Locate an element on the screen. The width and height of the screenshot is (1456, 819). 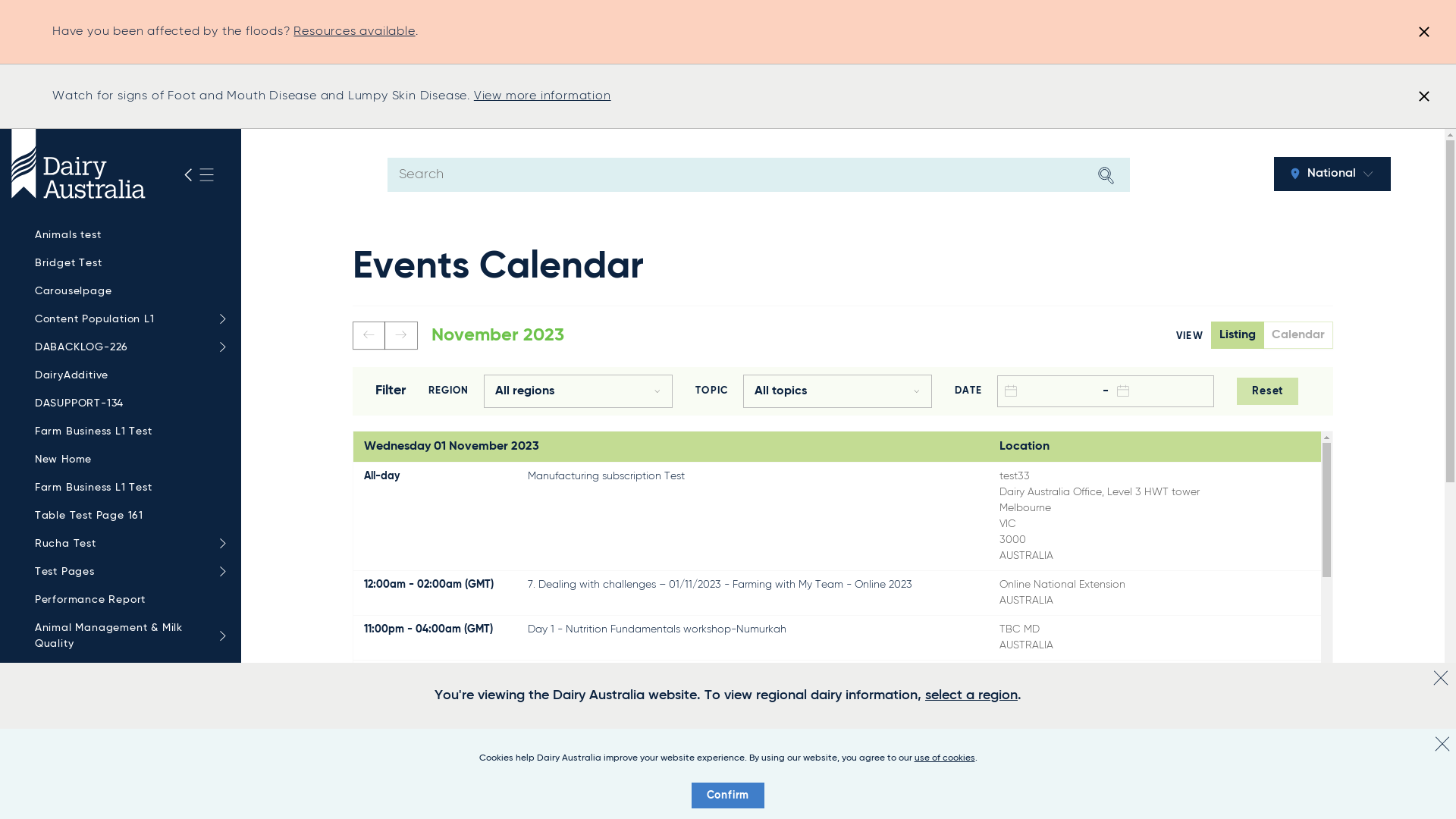
'Rucha Test' is located at coordinates (127, 543).